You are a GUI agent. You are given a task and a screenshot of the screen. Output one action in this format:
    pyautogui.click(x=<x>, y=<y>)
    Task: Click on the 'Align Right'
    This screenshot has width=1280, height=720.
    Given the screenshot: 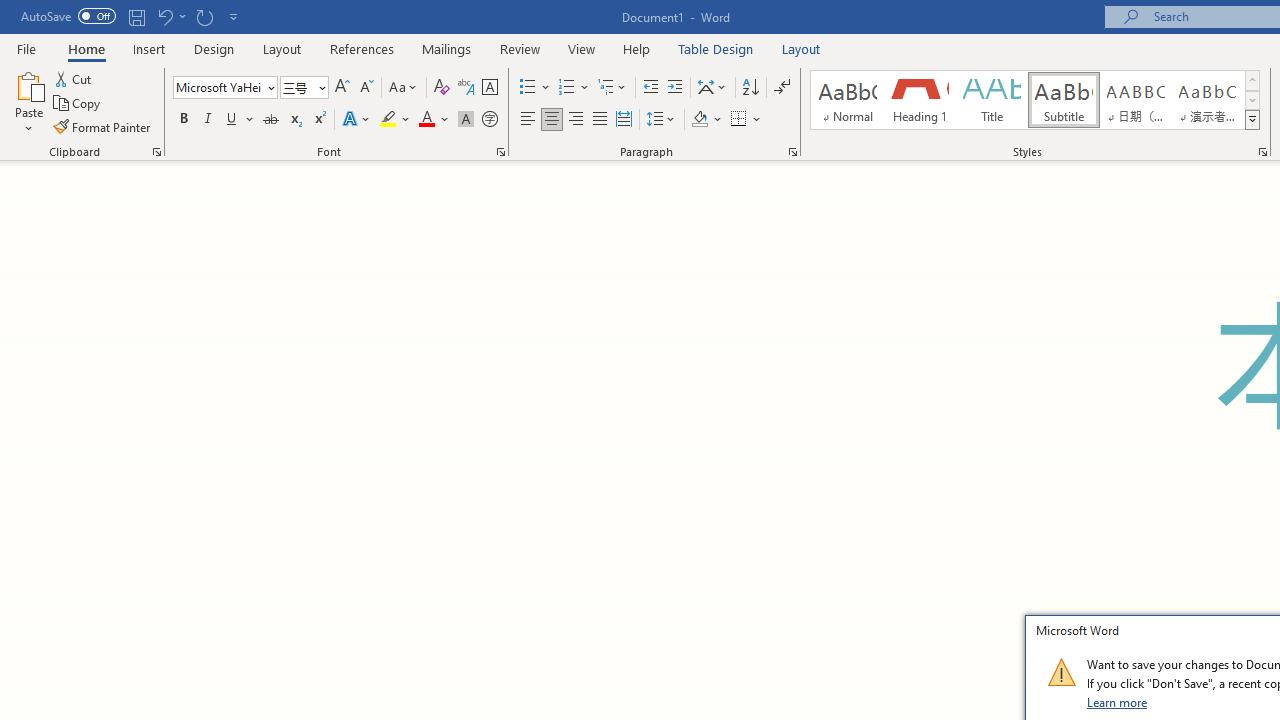 What is the action you would take?
    pyautogui.click(x=575, y=119)
    